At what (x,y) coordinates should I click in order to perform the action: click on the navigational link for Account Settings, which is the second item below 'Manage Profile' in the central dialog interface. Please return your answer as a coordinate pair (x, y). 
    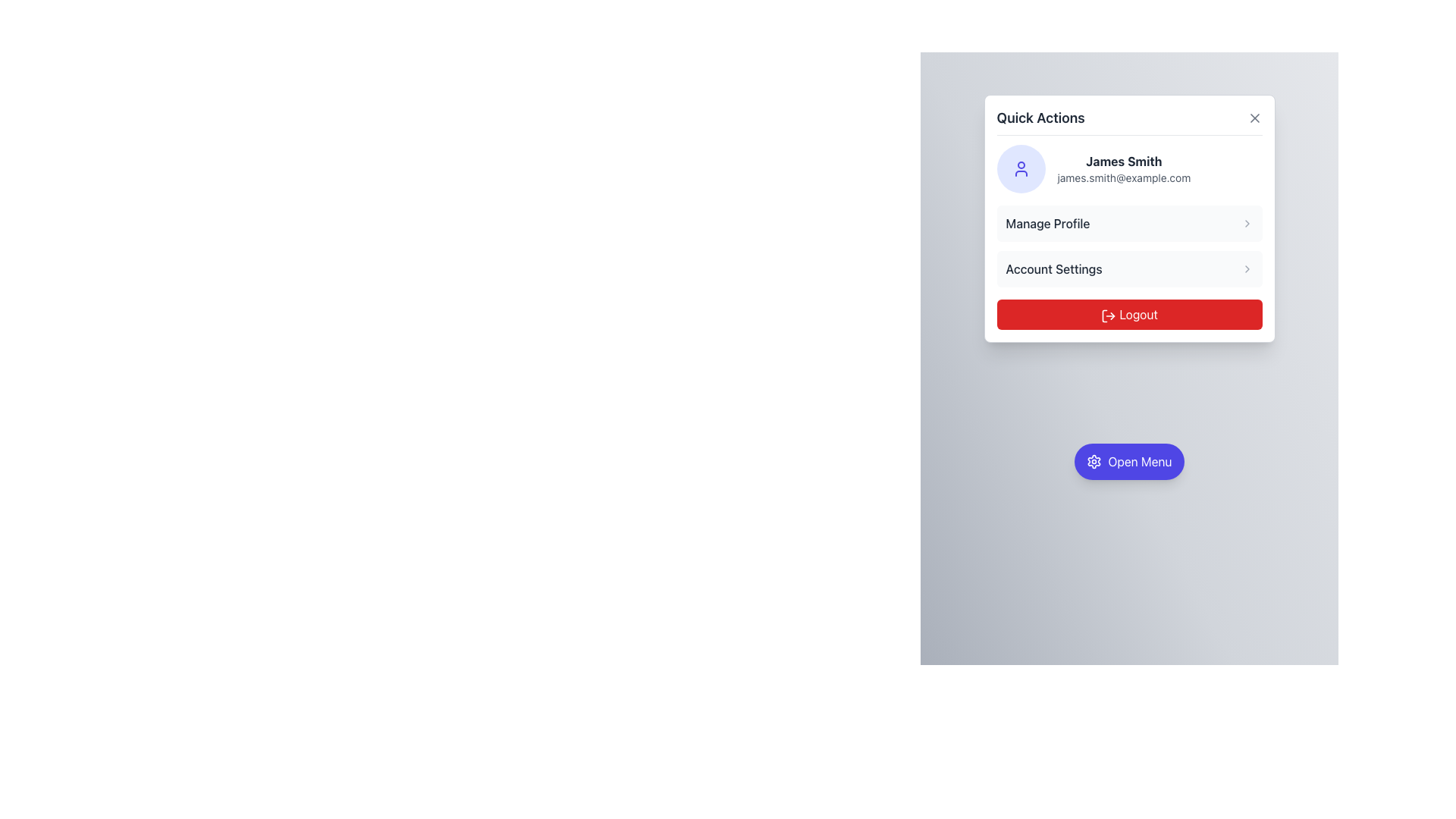
    Looking at the image, I should click on (1129, 268).